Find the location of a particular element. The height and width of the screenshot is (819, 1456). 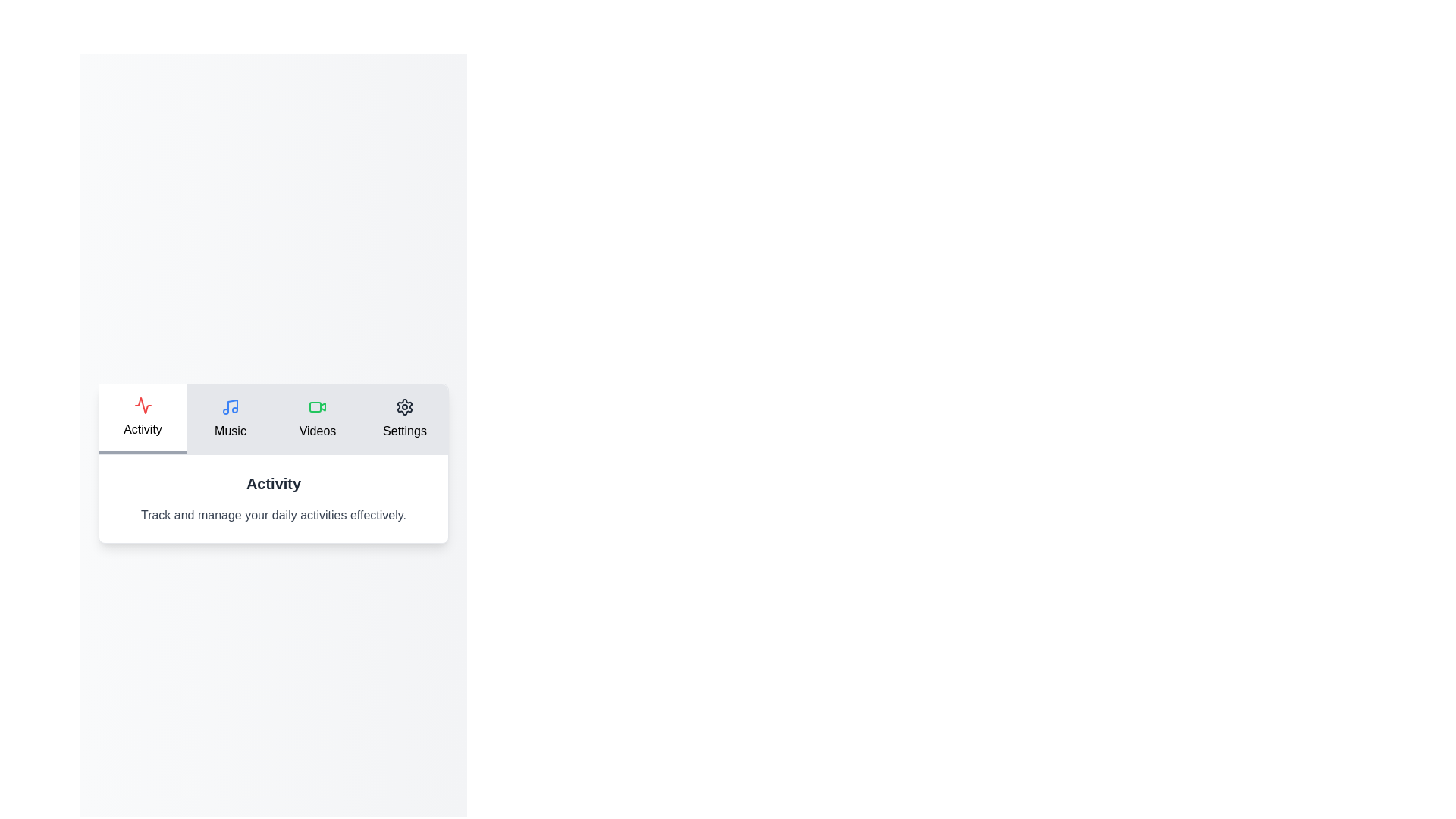

the Settings tab to view its content is located at coordinates (404, 419).